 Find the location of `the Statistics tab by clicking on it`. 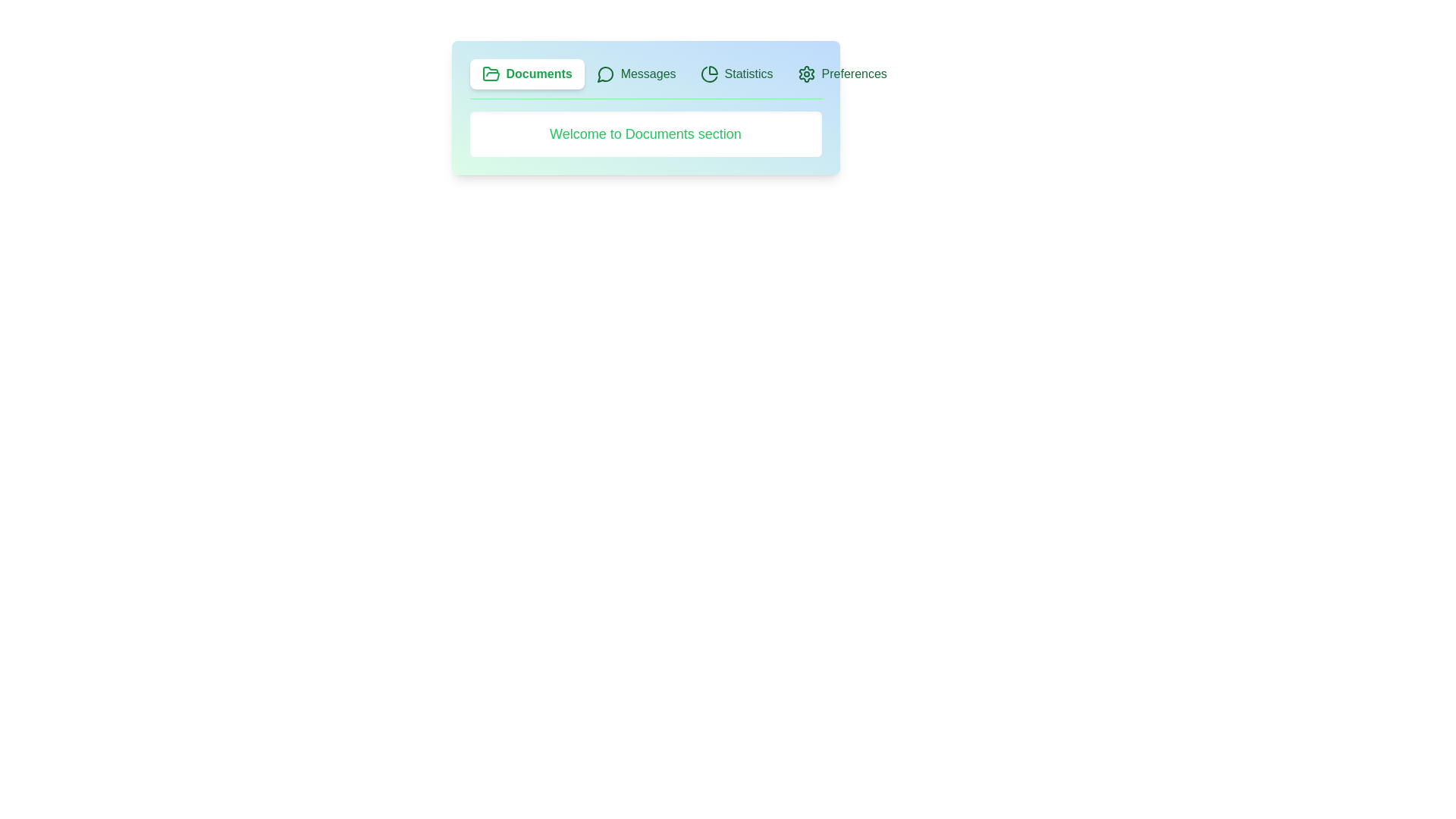

the Statistics tab by clicking on it is located at coordinates (736, 74).